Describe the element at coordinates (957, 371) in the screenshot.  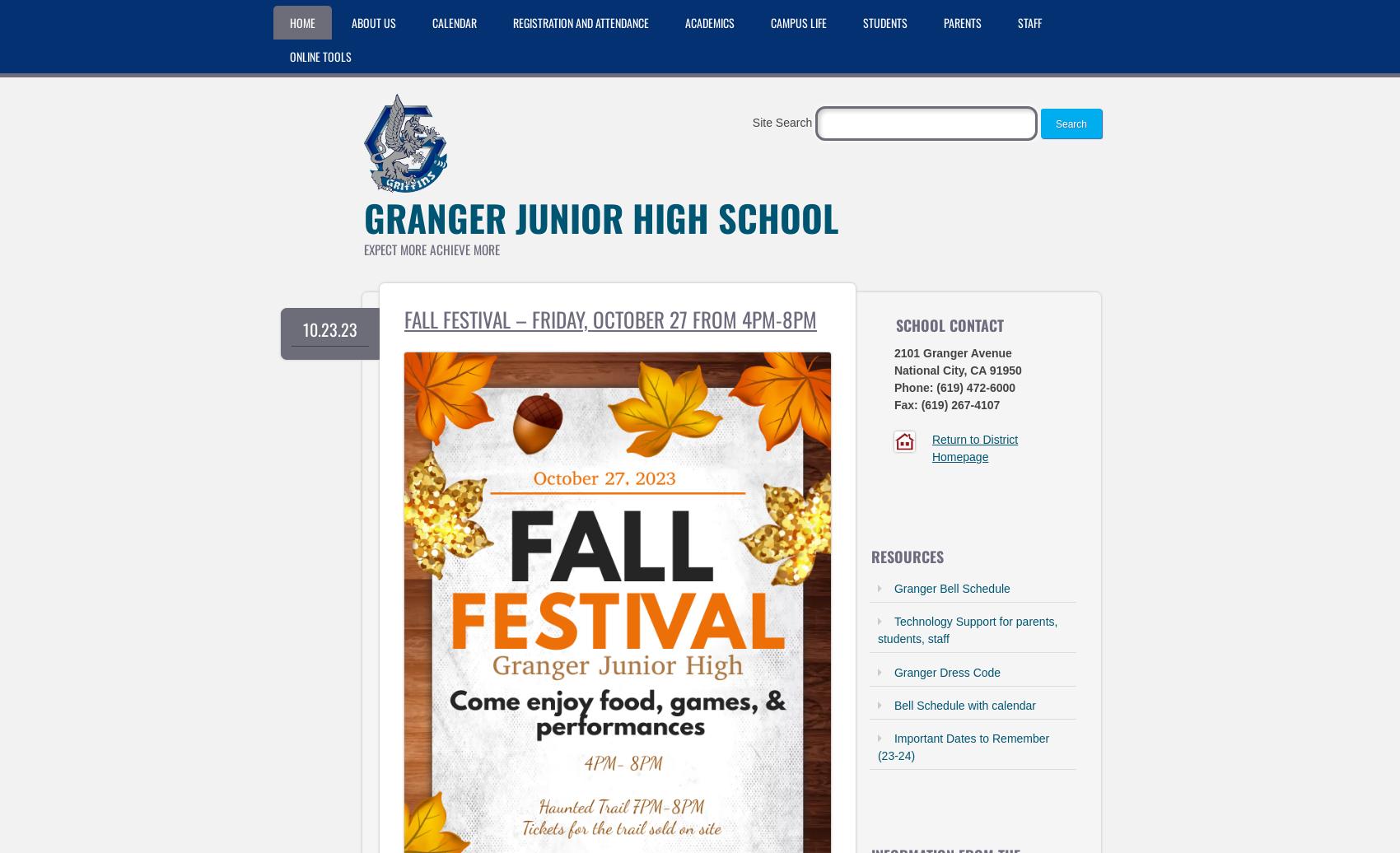
I see `'National City, CA 91950'` at that location.